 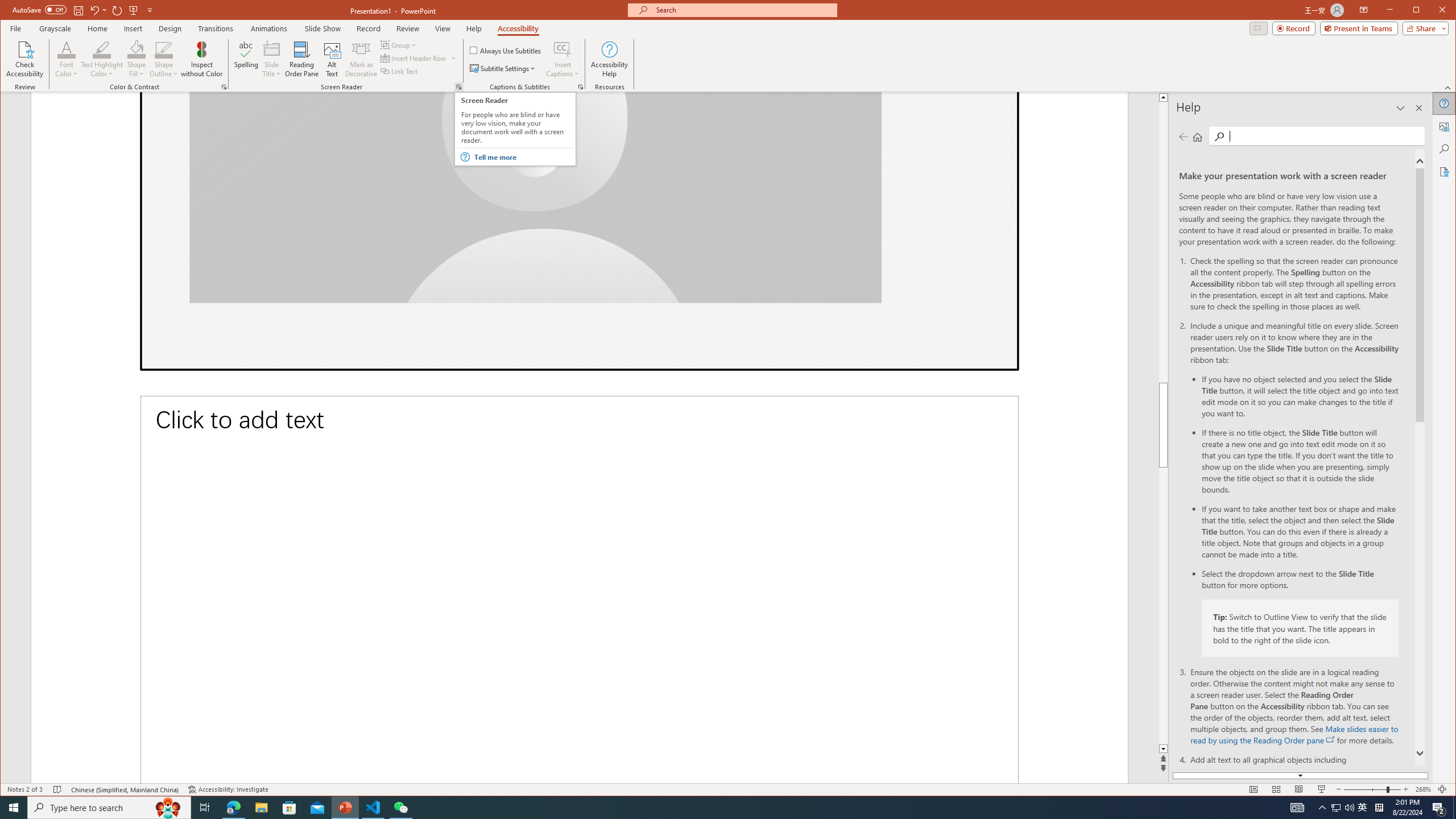 I want to click on 'Action Center, 2 new notifications', so click(x=1439, y=806).